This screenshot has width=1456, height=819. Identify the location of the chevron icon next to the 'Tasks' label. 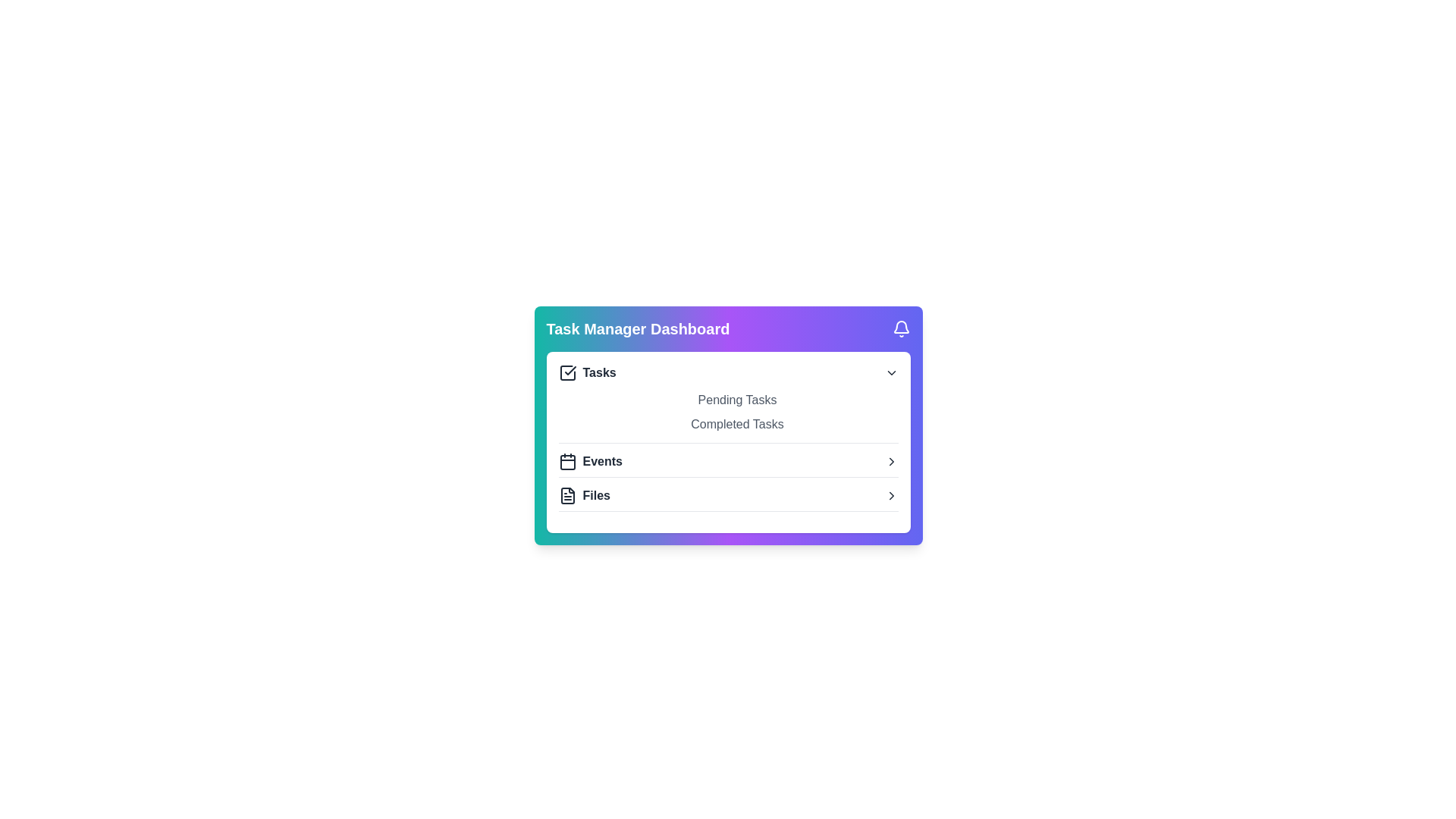
(891, 373).